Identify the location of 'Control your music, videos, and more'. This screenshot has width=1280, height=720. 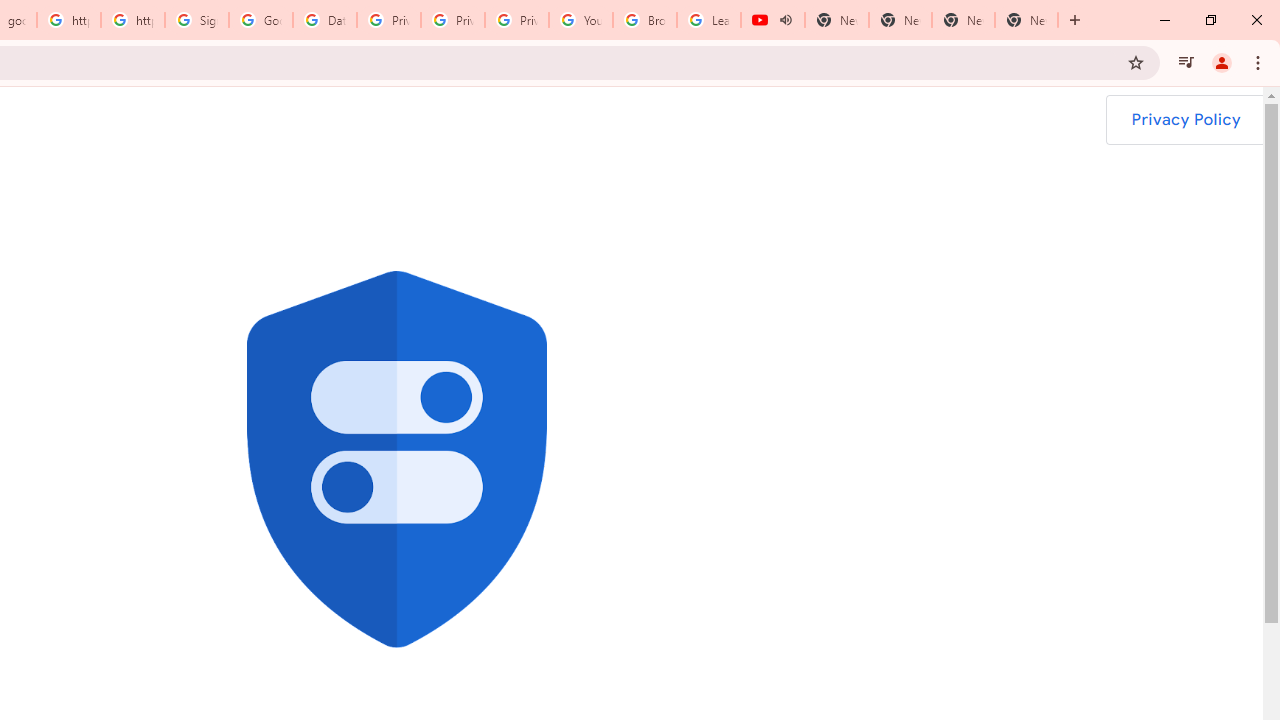
(1185, 61).